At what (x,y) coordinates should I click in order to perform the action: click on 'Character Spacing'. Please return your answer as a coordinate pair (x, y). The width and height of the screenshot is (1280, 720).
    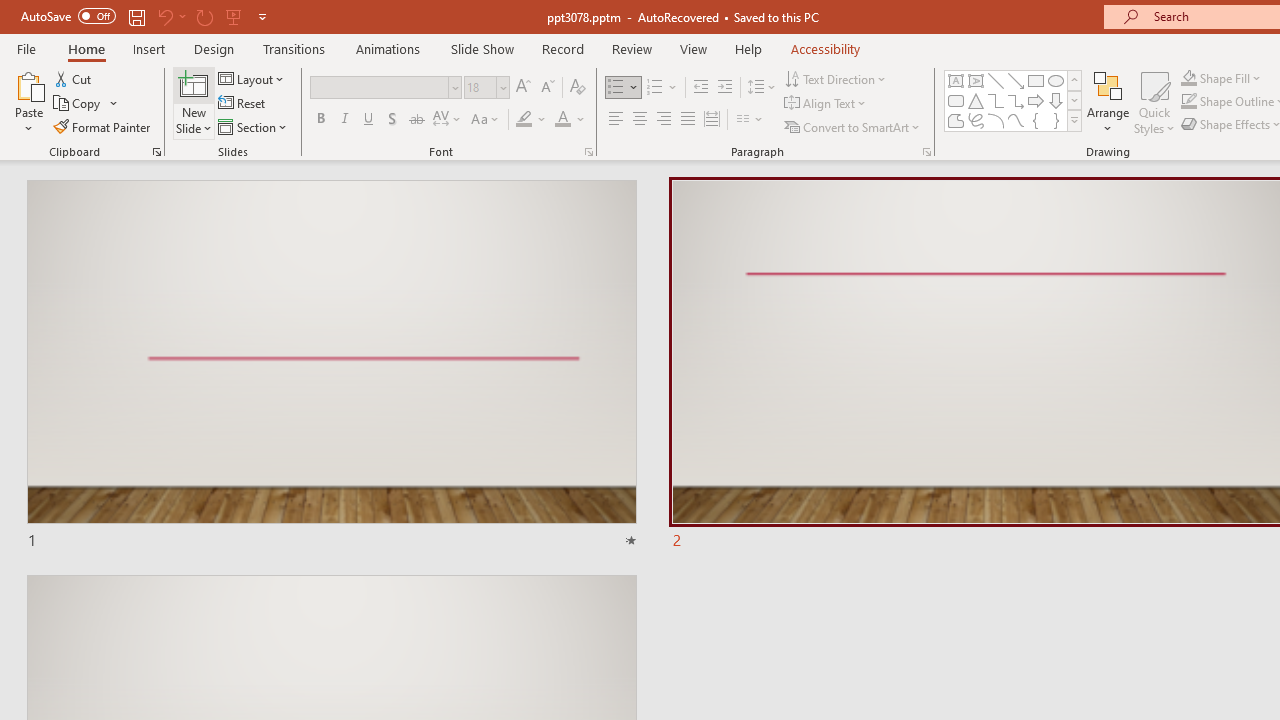
    Looking at the image, I should click on (447, 119).